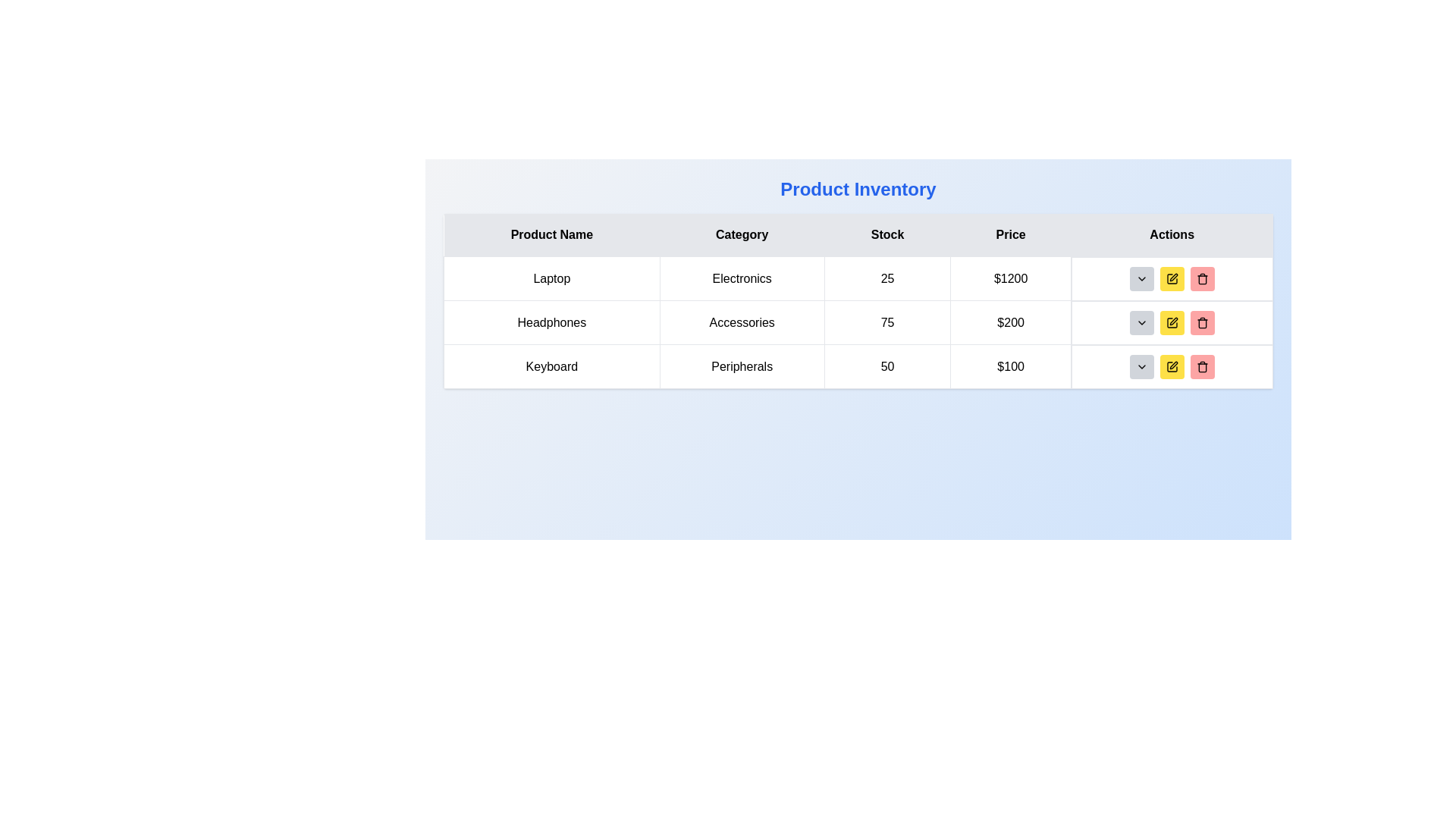 The width and height of the screenshot is (1456, 819). I want to click on the edit button for the product 'Laptop' in the 'Actions' column of the product inventory table, so click(1171, 278).